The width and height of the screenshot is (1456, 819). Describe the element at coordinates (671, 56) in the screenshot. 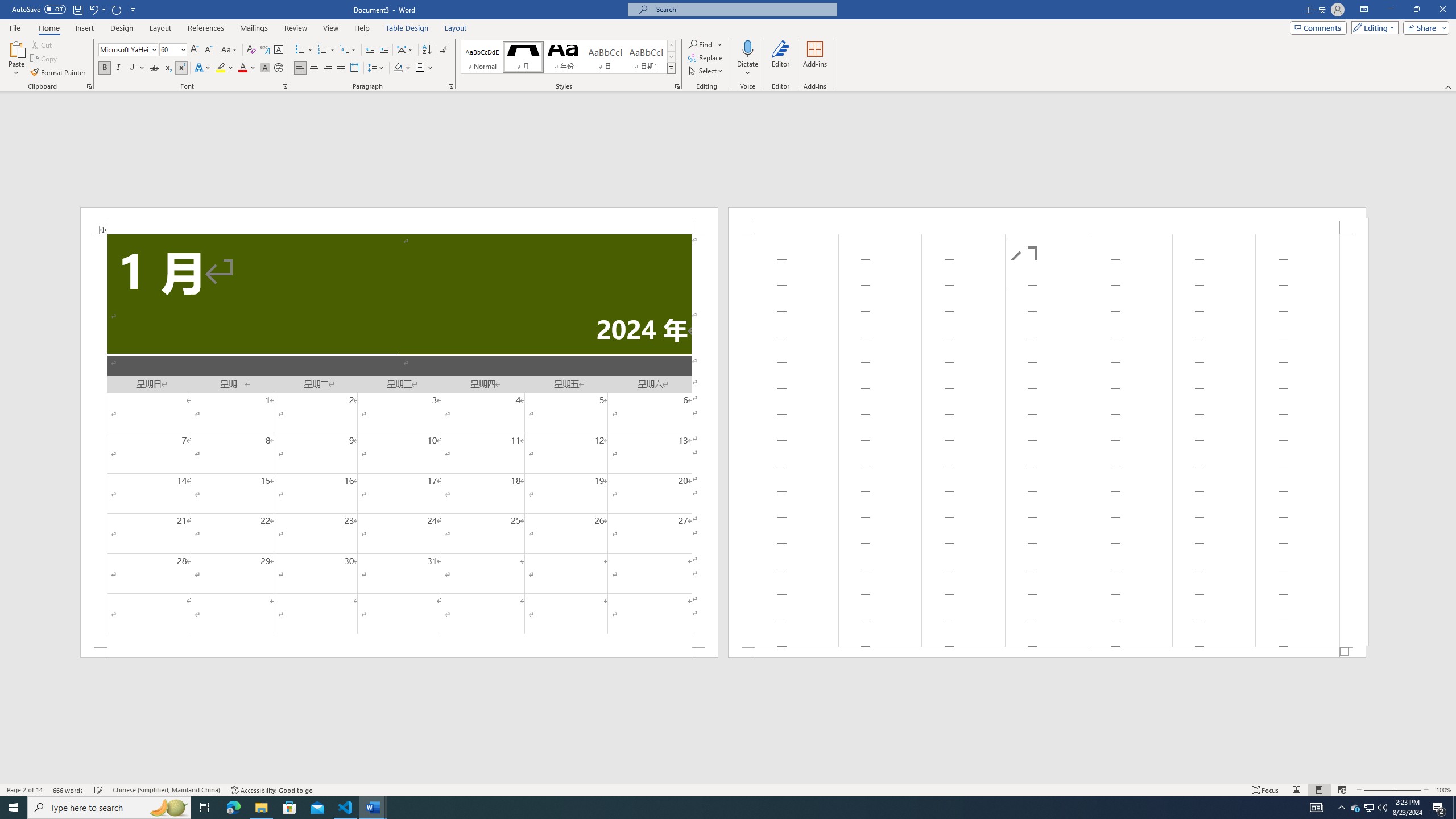

I see `'Row Down'` at that location.